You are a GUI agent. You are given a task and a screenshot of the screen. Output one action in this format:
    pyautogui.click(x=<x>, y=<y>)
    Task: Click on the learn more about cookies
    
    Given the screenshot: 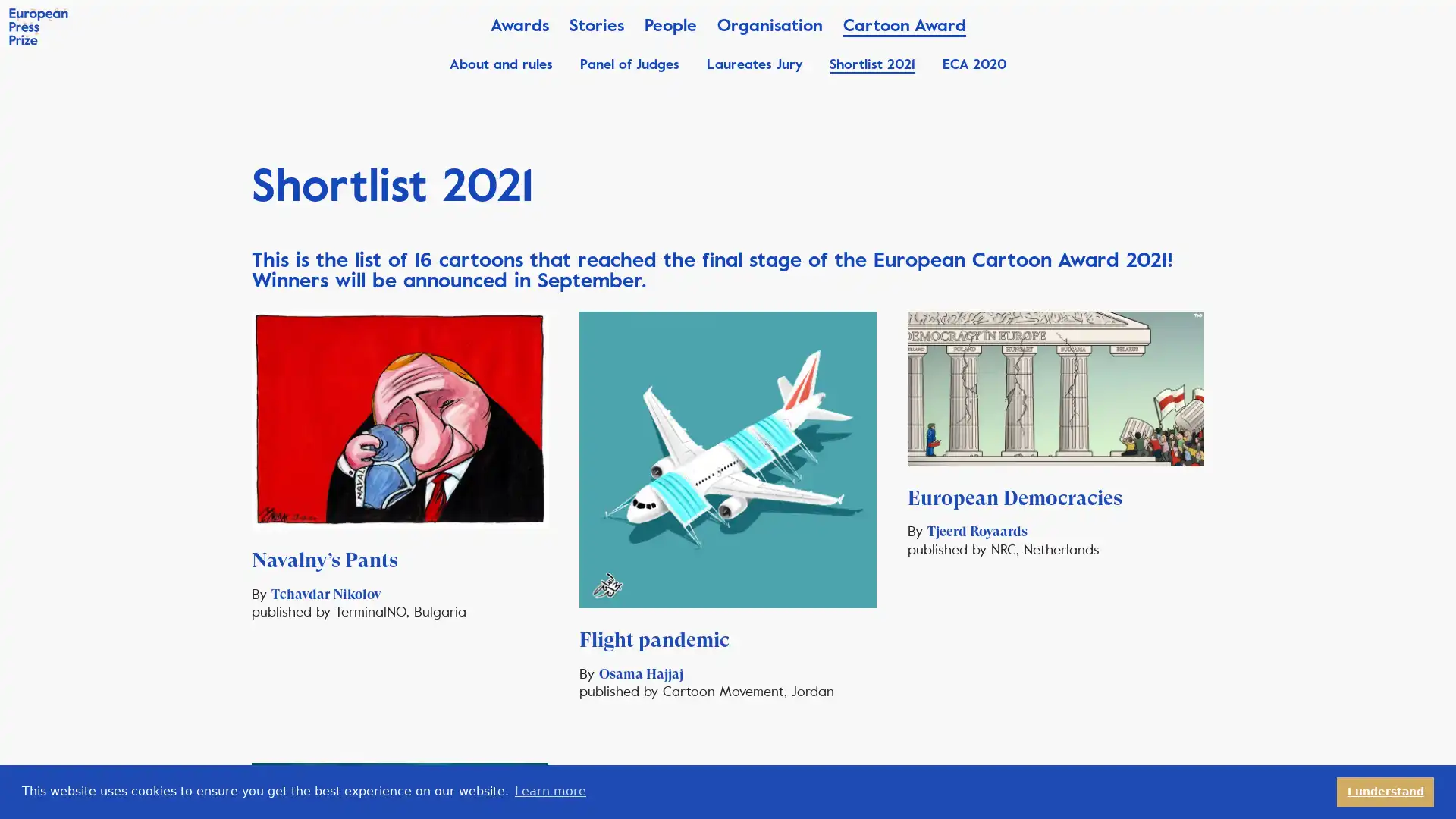 What is the action you would take?
    pyautogui.click(x=549, y=791)
    